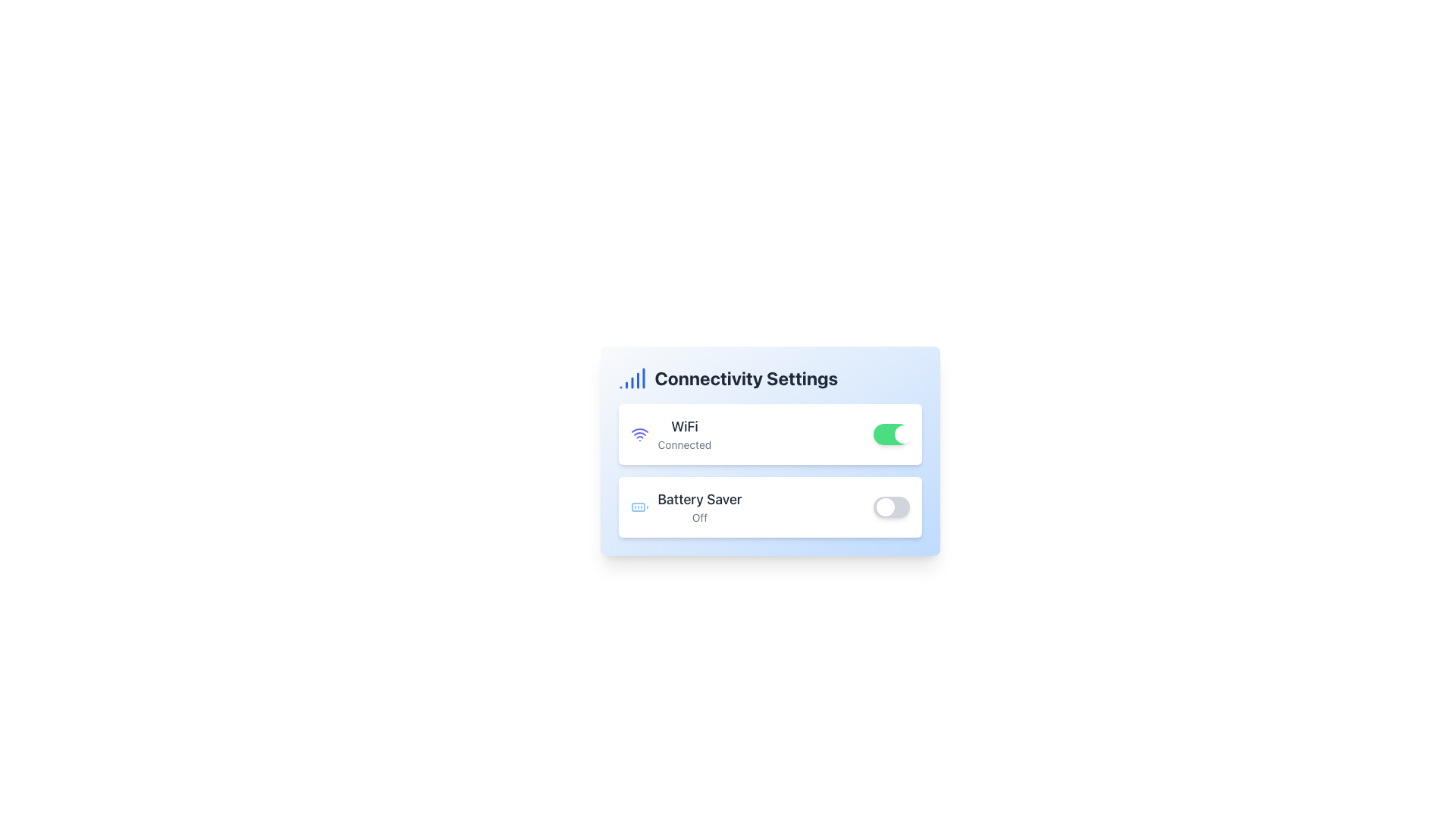 The width and height of the screenshot is (1456, 819). I want to click on the Informational Text indicating the status of the Battery Saver feature, which is currently turned 'Off', located in the second row of the list under 'Connectivity Settings', so click(698, 507).